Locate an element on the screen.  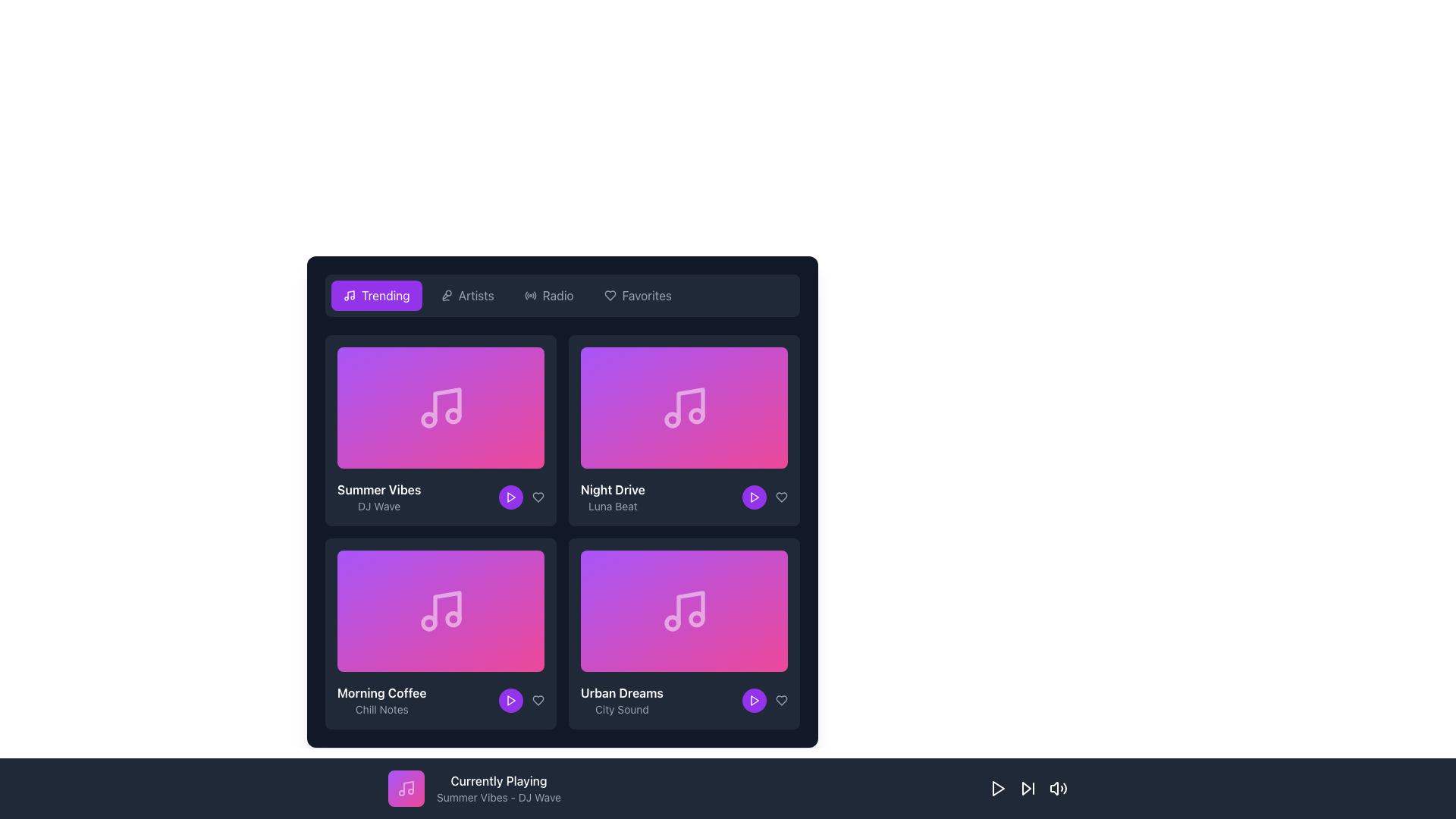
the circular purple button with a white play icon located in the 'Night Drive' section to observe its visual feedback is located at coordinates (764, 497).